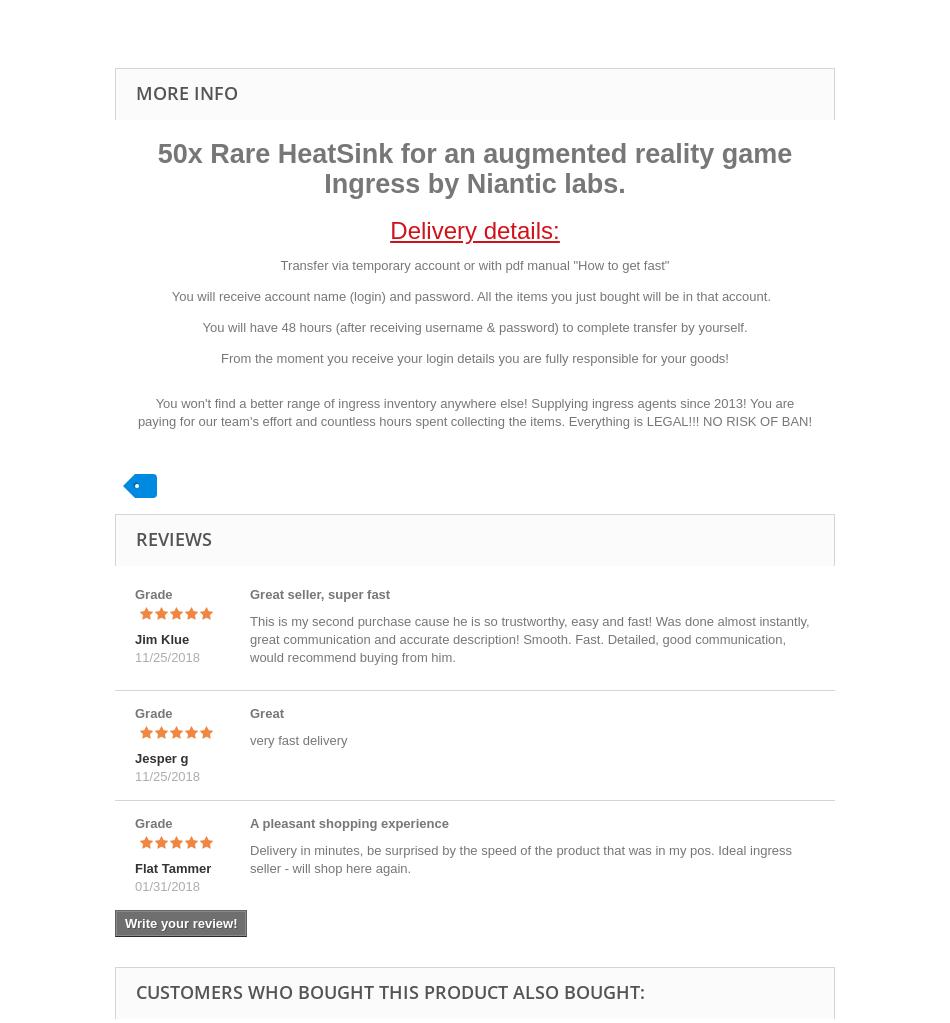 Image resolution: width=950 pixels, height=1023 pixels. I want to click on '50x Rare HeatSink for an augmented reality game Ingress by Niantic labs.', so click(473, 168).